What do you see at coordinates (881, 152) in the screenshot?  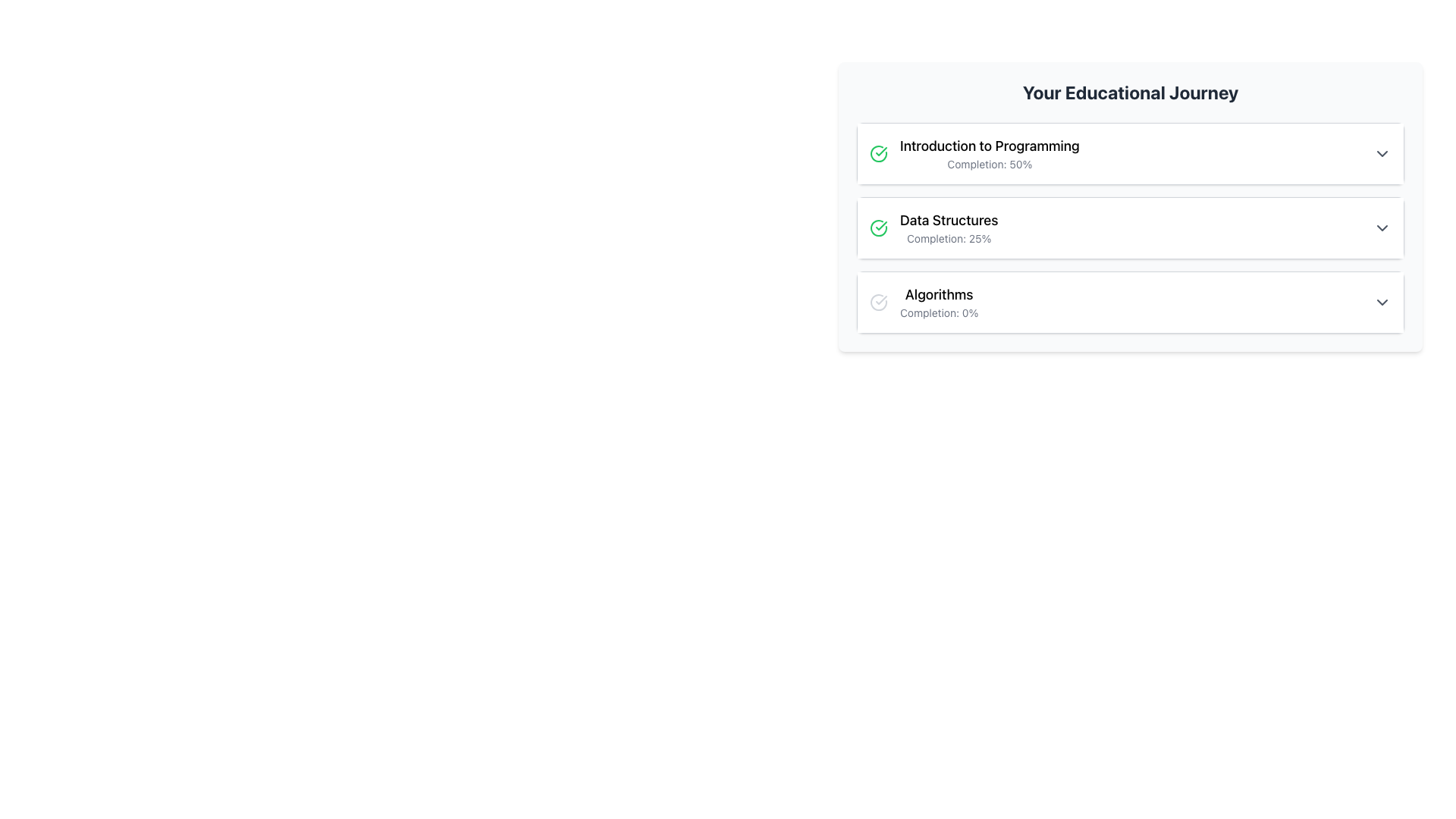 I see `the Checkmark Icon which indicates the completion status for the 'Data Structures' section` at bounding box center [881, 152].